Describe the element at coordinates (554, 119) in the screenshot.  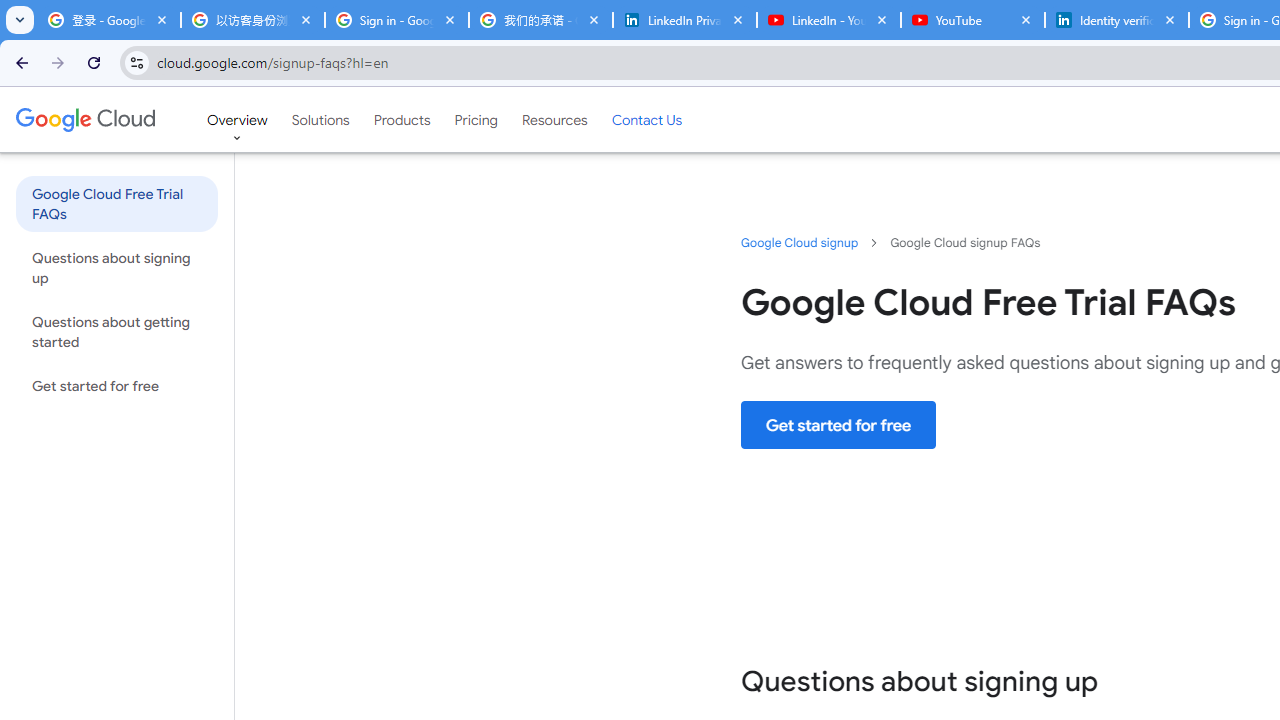
I see `'Resources'` at that location.